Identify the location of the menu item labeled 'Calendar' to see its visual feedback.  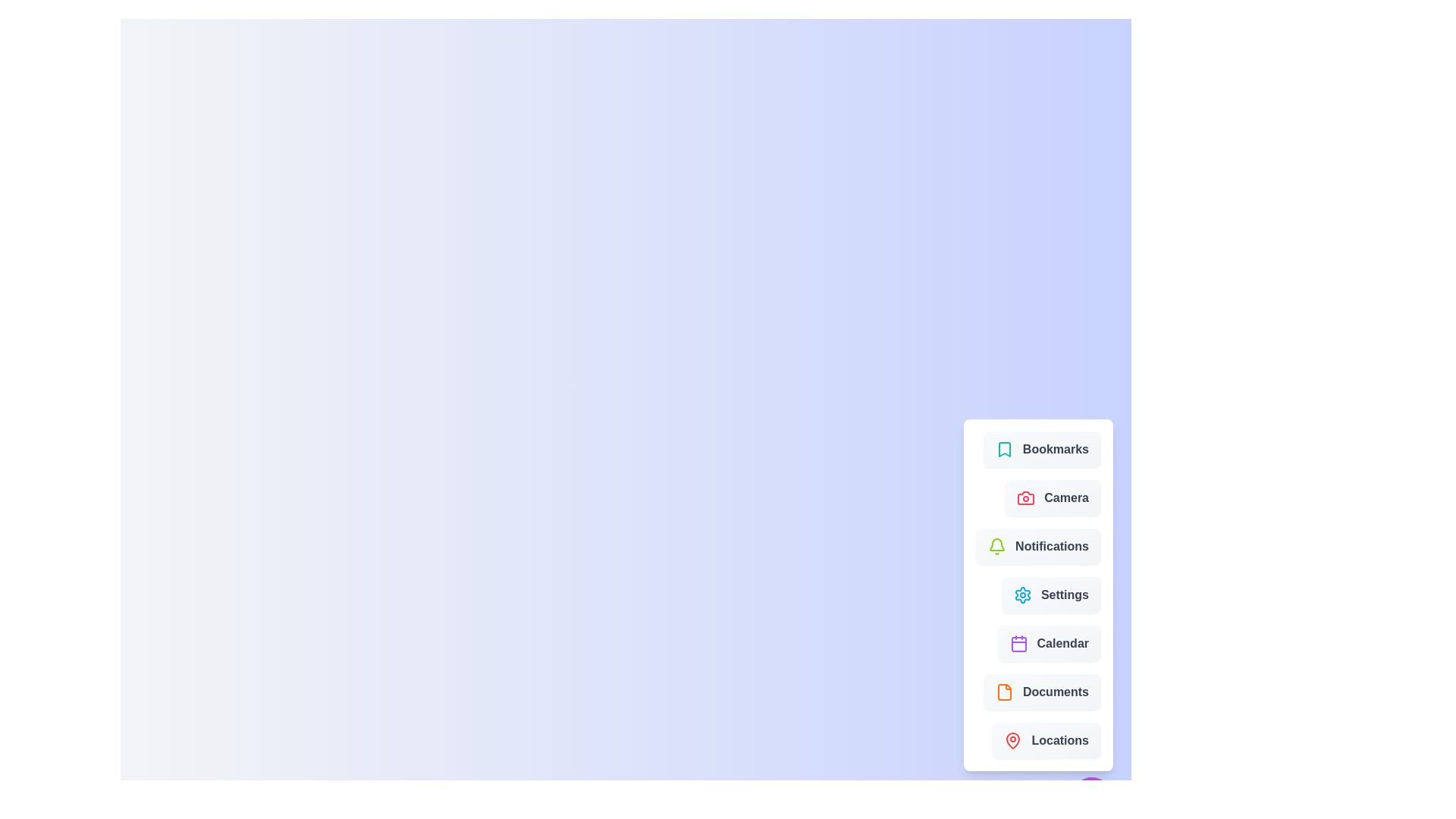
(1047, 643).